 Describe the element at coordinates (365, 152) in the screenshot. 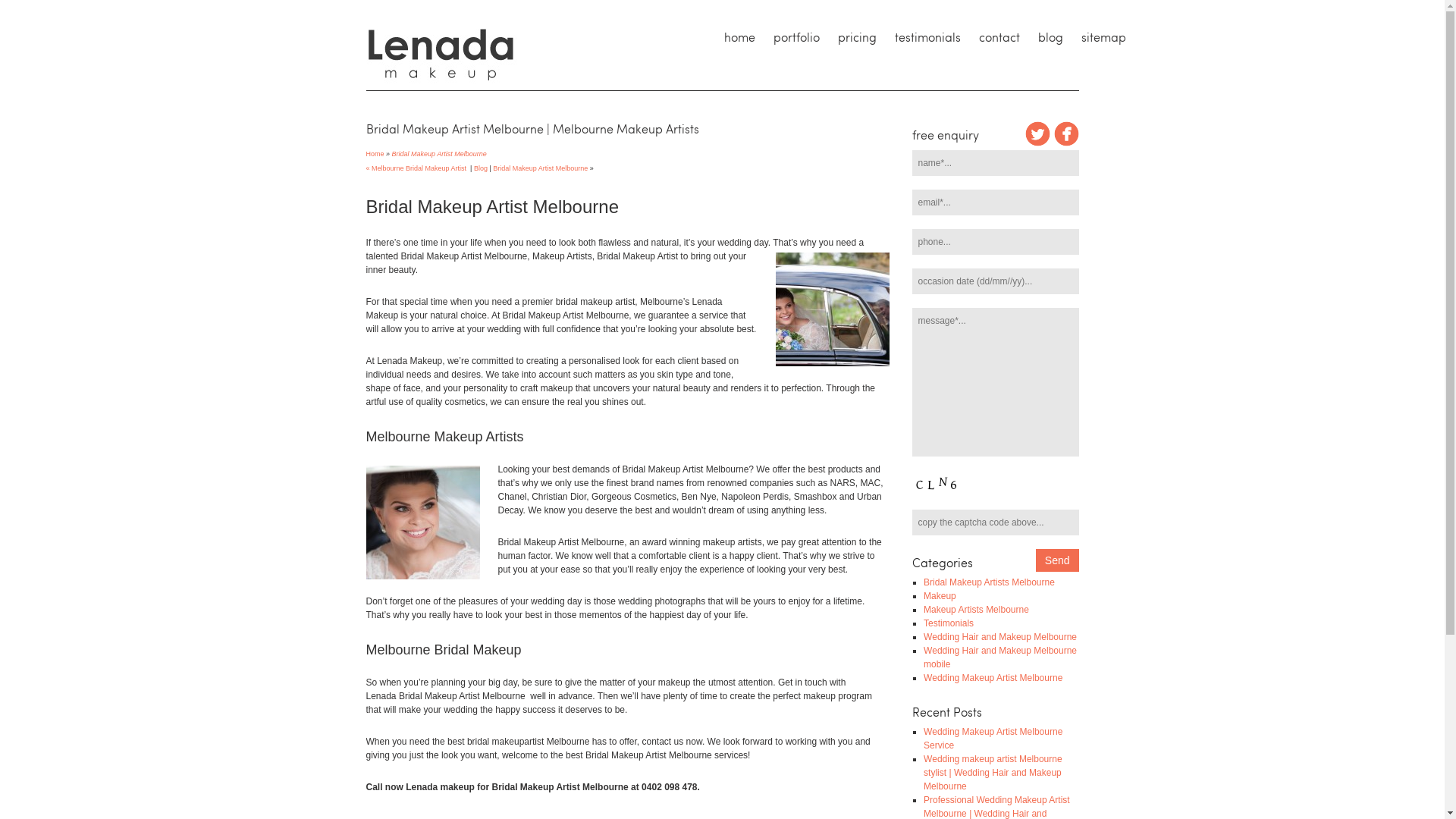

I see `'Home'` at that location.